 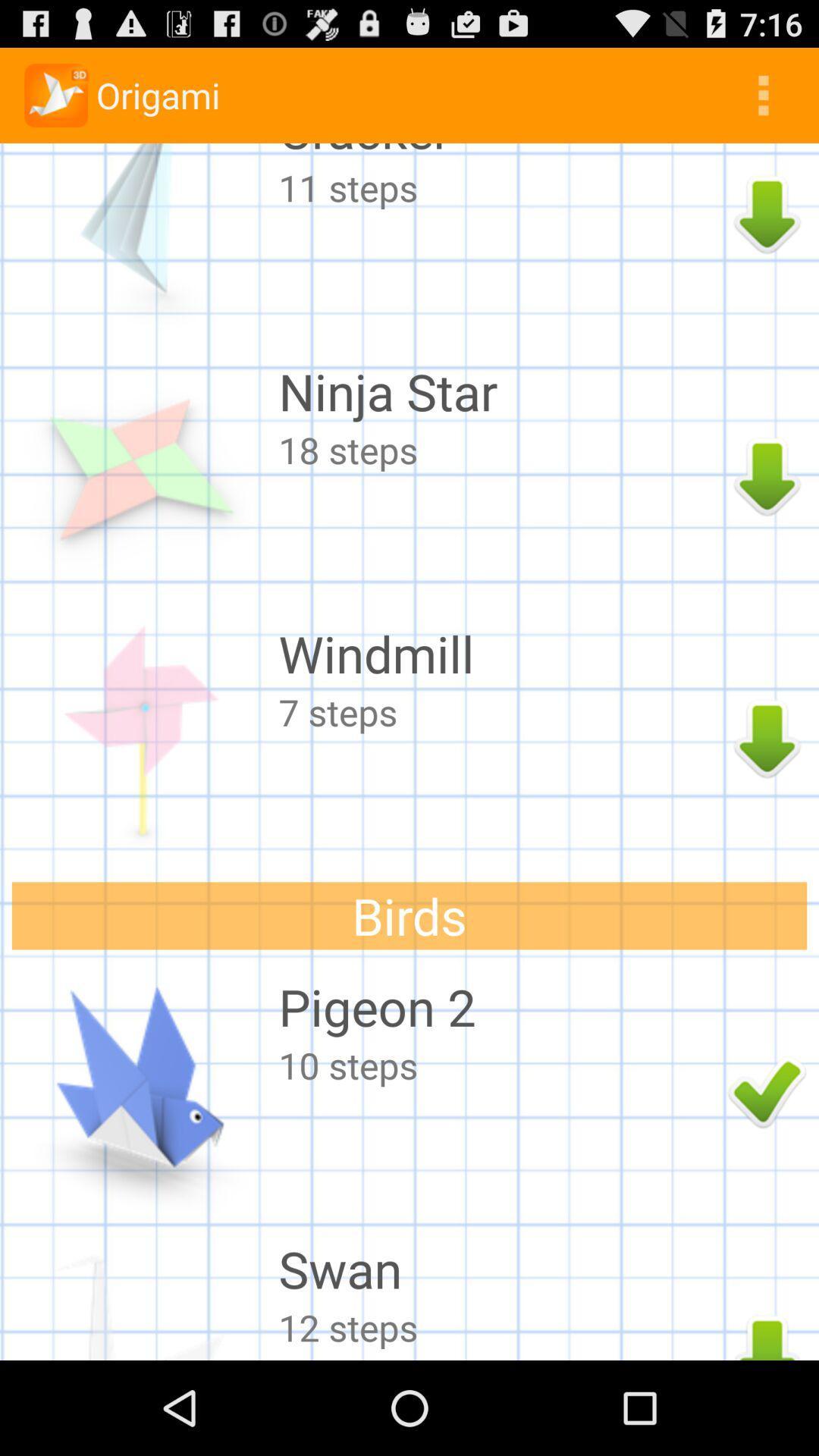 I want to click on the 10 steps app, so click(x=499, y=1064).